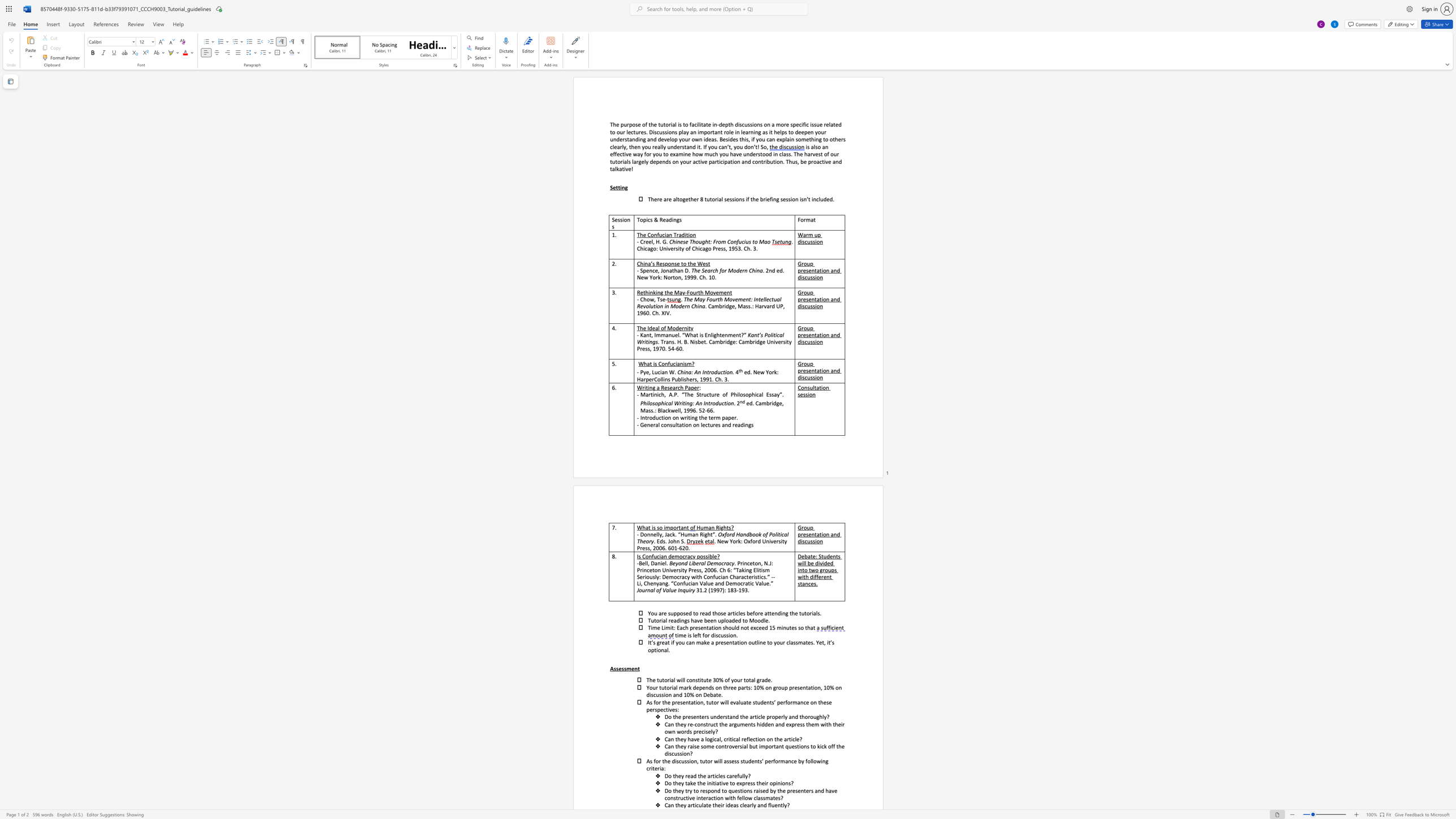 Image resolution: width=1456 pixels, height=819 pixels. What do you see at coordinates (665, 583) in the screenshot?
I see `the subset text "g. “Confucian Value and Democratic" within the text "Seriously: Democracy with Confucian Characteristics.” --Li, Chenyang. “Confucian Value and Democratic Value.”"` at bounding box center [665, 583].